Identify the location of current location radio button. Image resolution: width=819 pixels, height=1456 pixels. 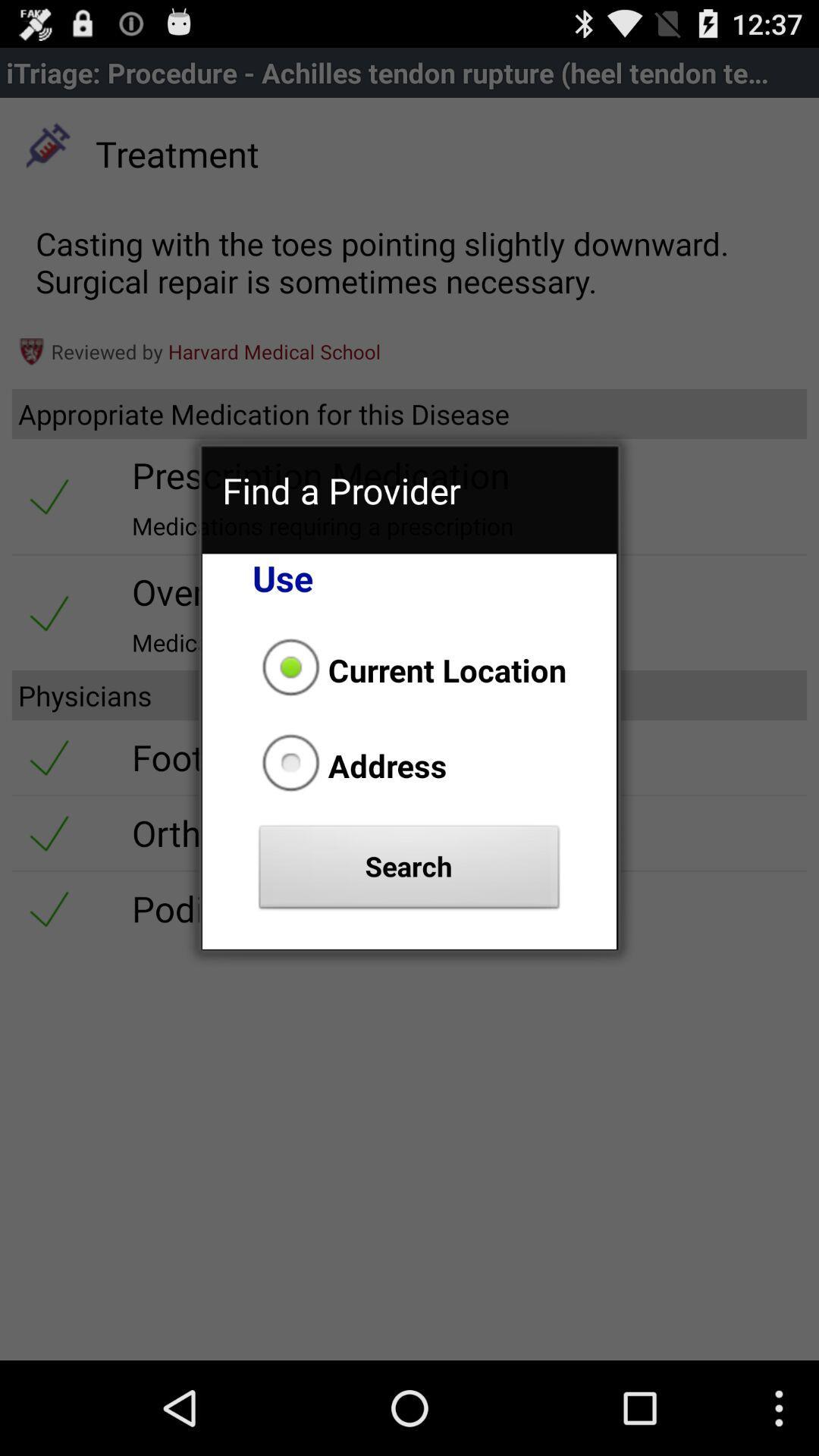
(409, 669).